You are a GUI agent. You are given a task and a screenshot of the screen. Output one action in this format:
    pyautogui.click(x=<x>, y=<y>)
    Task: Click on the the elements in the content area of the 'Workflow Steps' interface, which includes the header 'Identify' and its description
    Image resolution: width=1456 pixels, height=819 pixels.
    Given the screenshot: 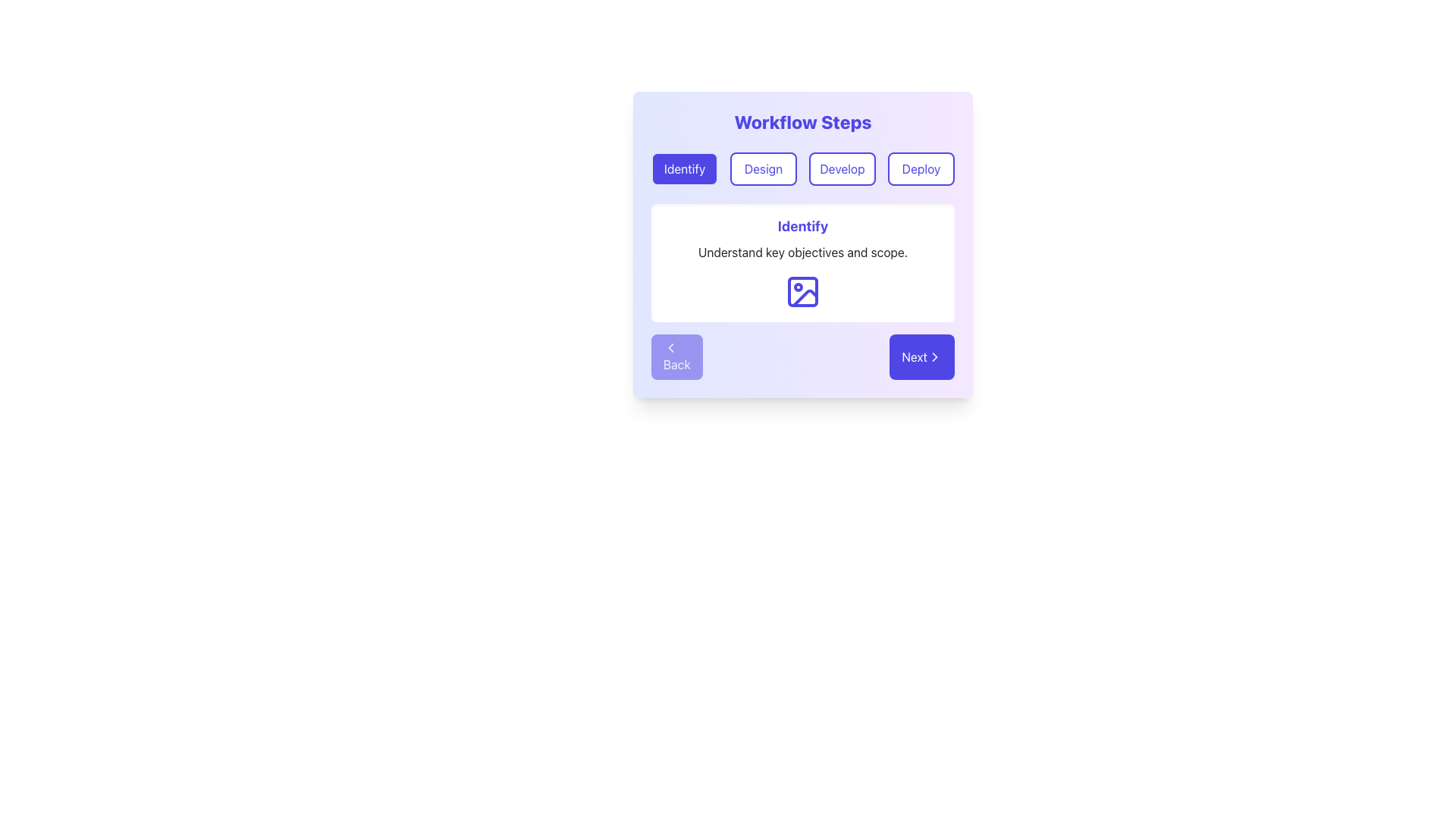 What is the action you would take?
    pyautogui.click(x=802, y=244)
    